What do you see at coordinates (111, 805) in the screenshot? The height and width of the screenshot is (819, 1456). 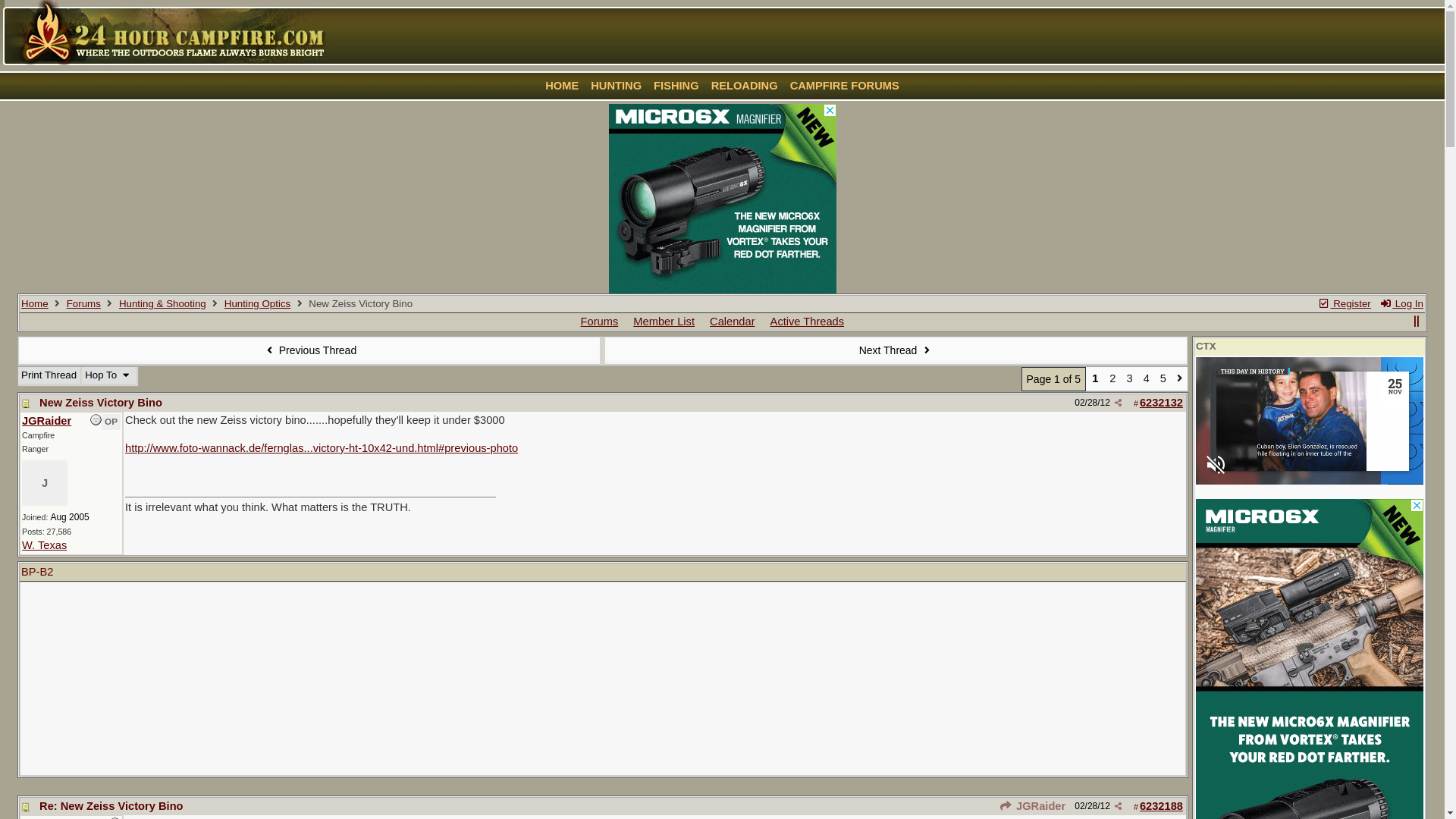 I see `'Re: New Zeiss Victory Bino'` at bounding box center [111, 805].